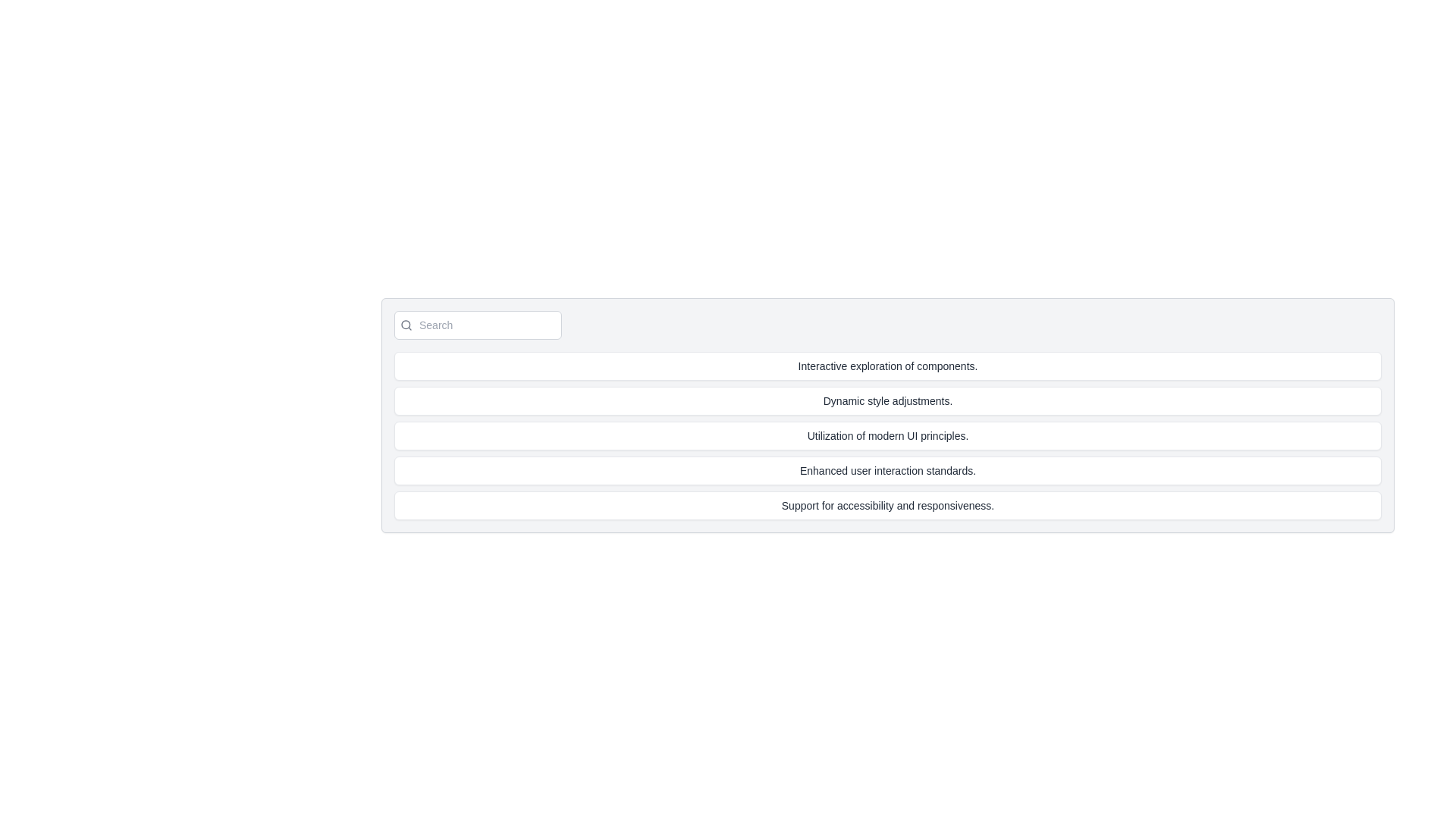 This screenshot has height=819, width=1456. What do you see at coordinates (966, 435) in the screenshot?
I see `the gray dot punctuation mark (.) located at the end of the text 'Utilization of modern UI principles.'` at bounding box center [966, 435].